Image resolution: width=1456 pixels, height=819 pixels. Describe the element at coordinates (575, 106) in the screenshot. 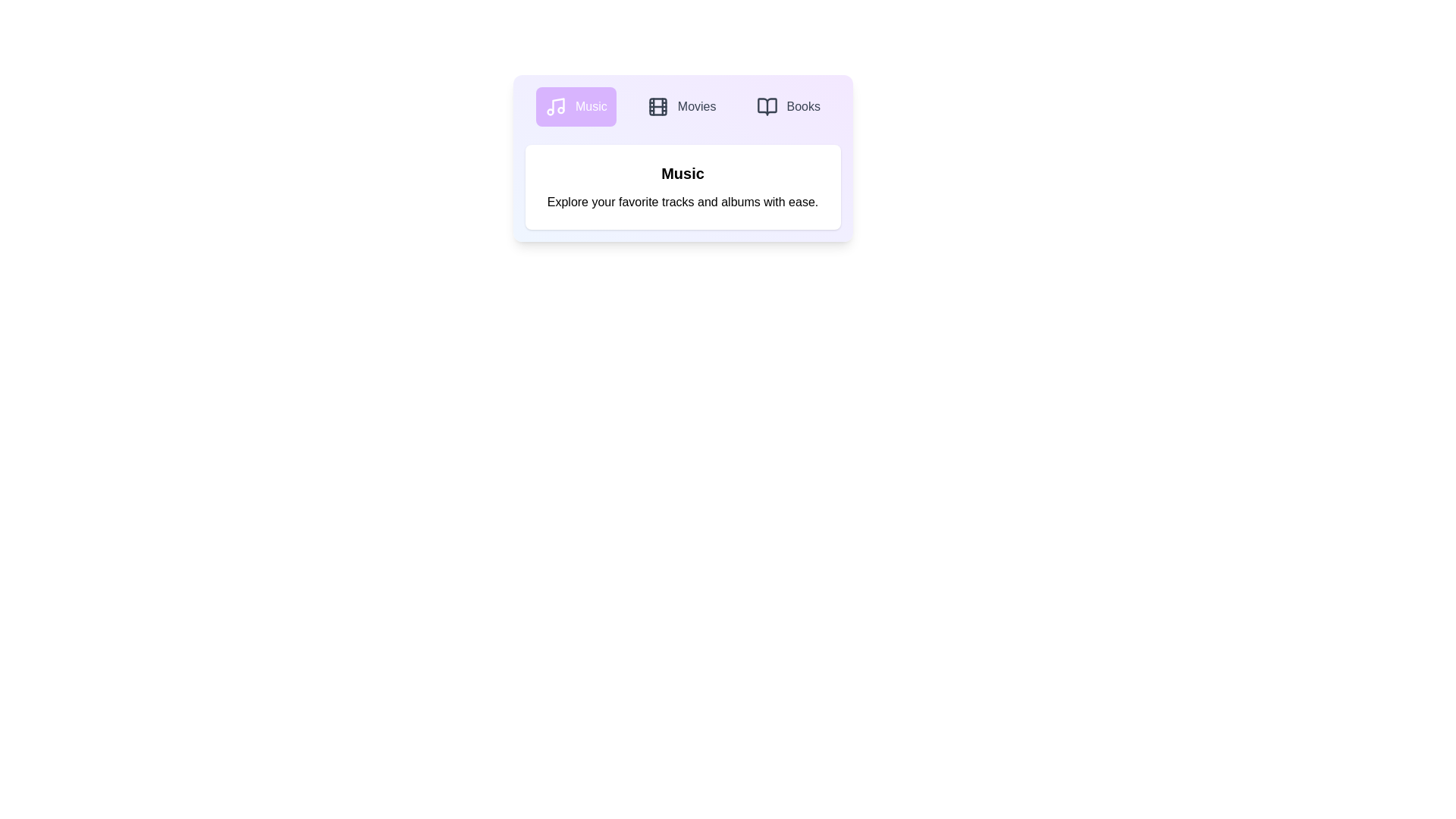

I see `the Music tab to view its content` at that location.